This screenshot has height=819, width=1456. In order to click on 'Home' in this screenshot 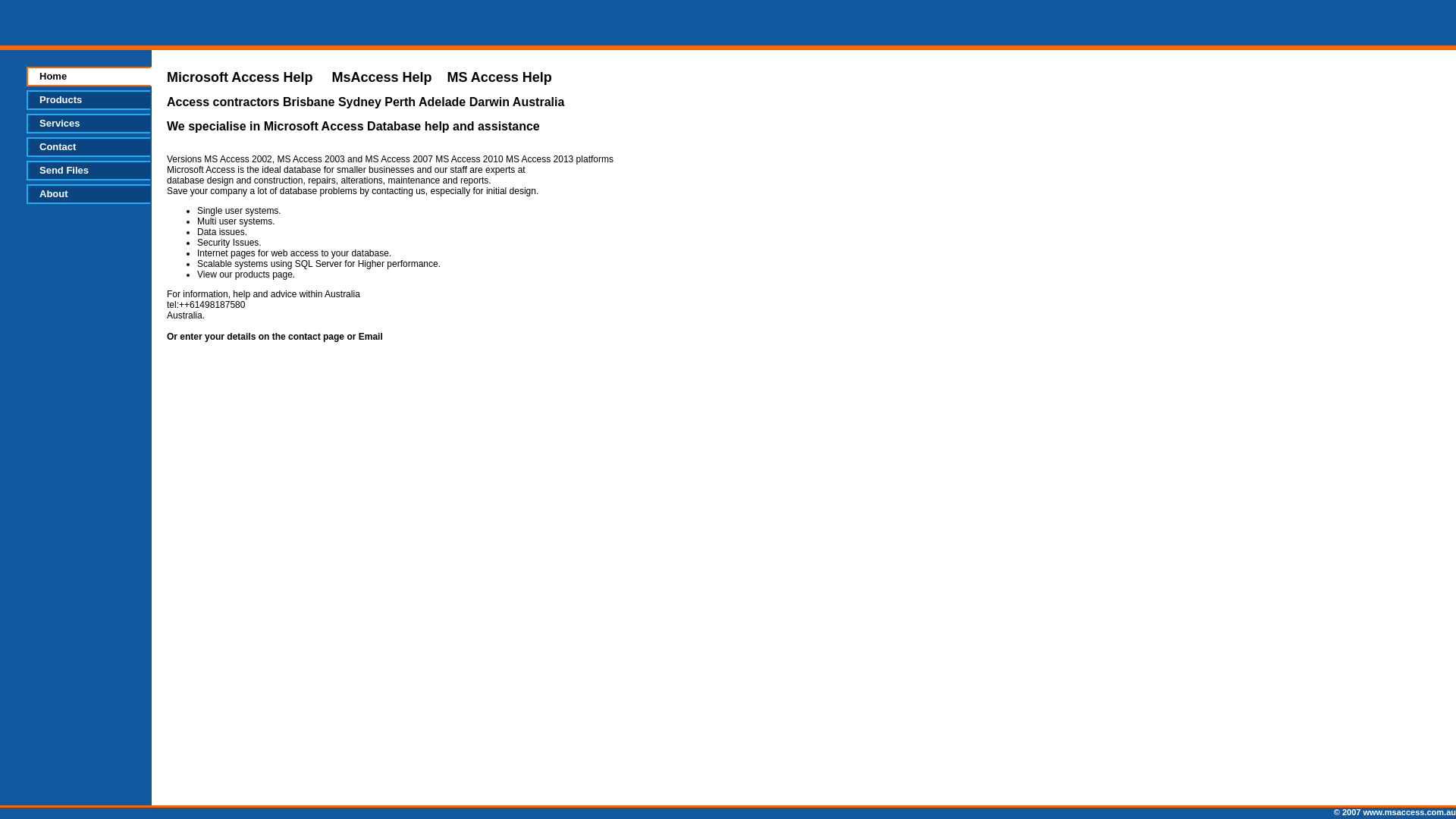, I will do `click(88, 76)`.